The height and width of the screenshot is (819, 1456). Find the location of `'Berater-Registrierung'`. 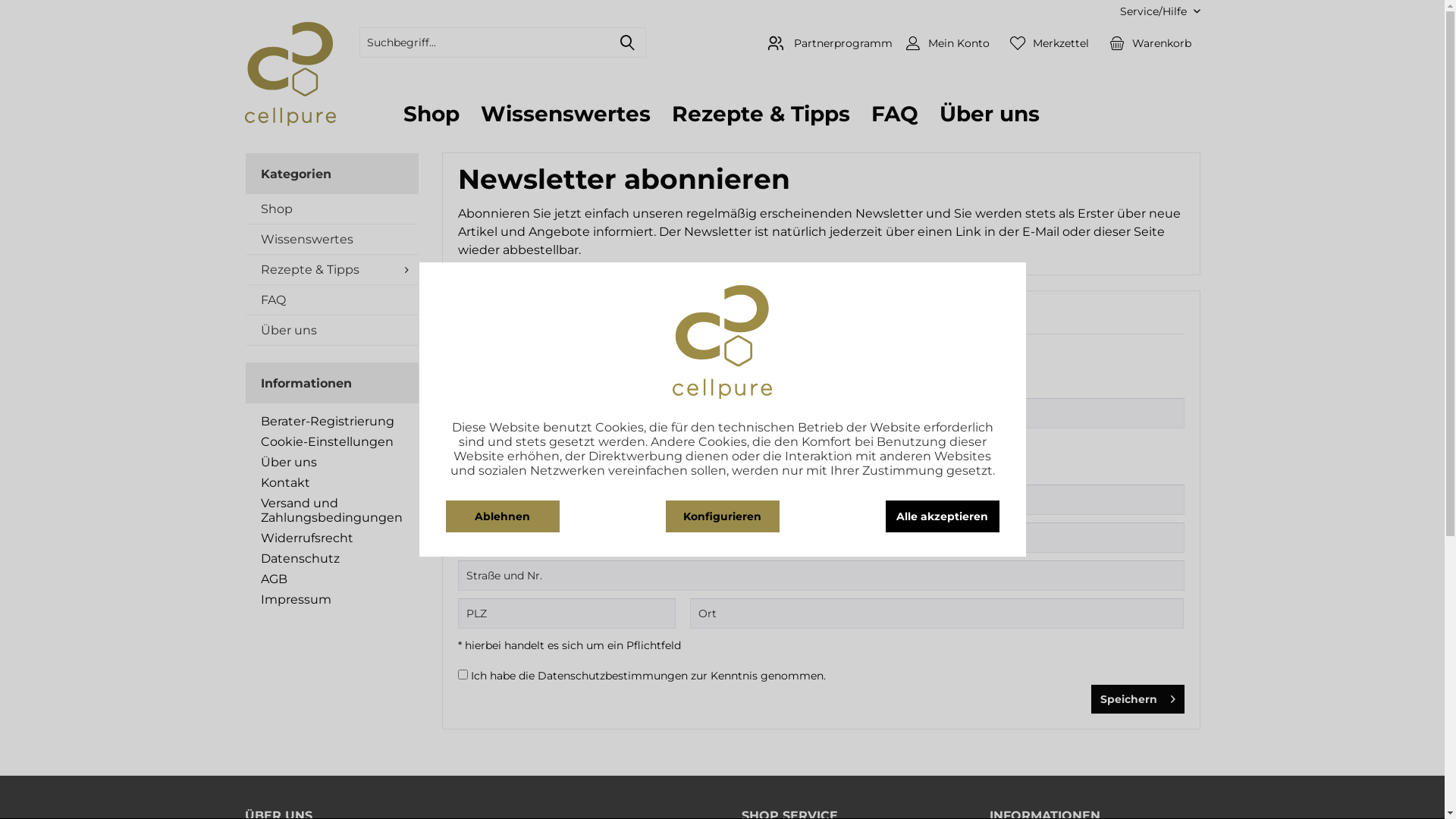

'Berater-Registrierung' is located at coordinates (331, 421).